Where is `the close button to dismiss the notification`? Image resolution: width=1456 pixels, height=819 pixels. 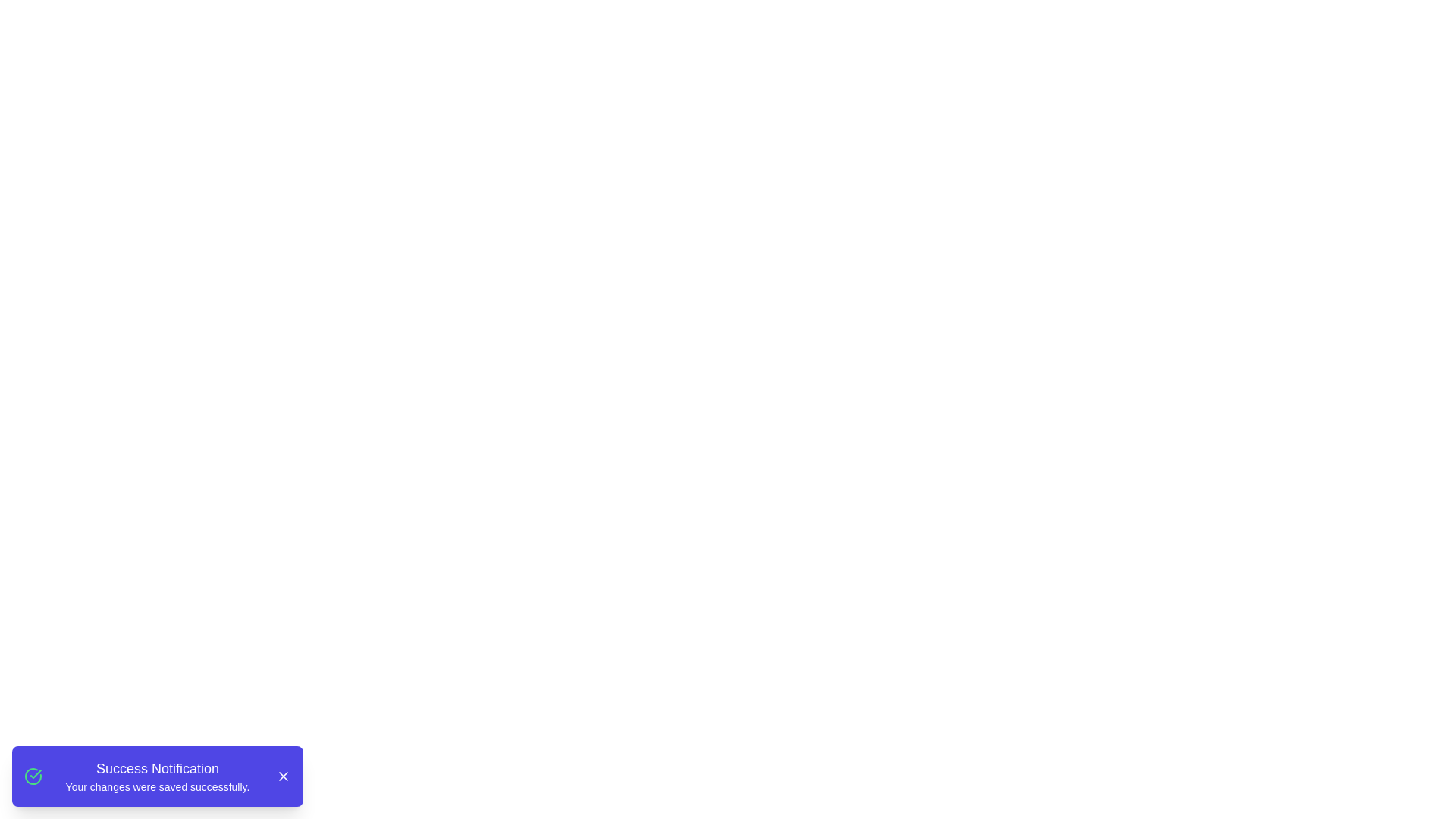 the close button to dismiss the notification is located at coordinates (284, 776).